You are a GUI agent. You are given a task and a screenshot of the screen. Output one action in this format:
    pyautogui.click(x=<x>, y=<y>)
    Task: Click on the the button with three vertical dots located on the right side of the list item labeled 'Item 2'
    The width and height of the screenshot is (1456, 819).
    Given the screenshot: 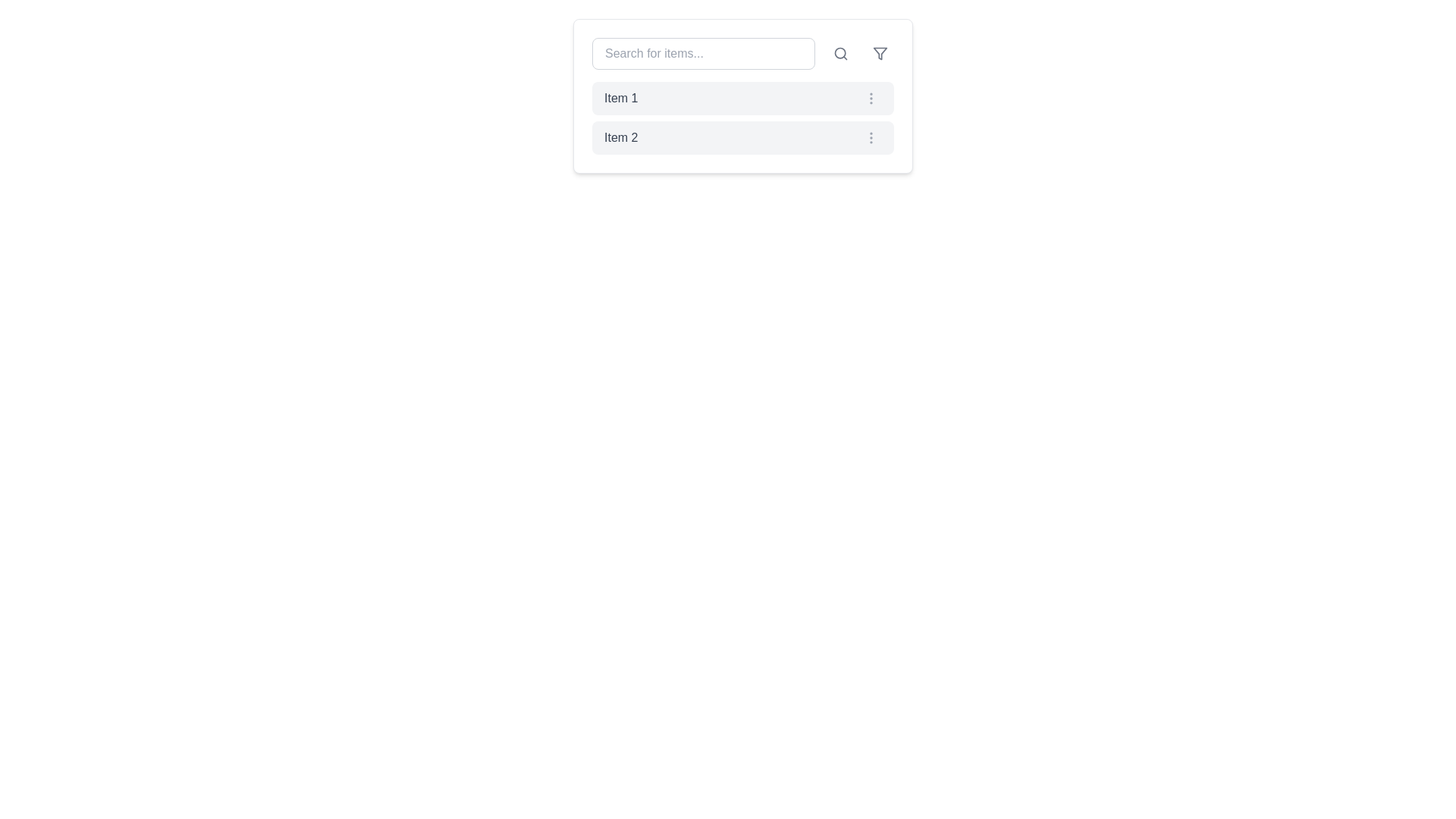 What is the action you would take?
    pyautogui.click(x=871, y=137)
    